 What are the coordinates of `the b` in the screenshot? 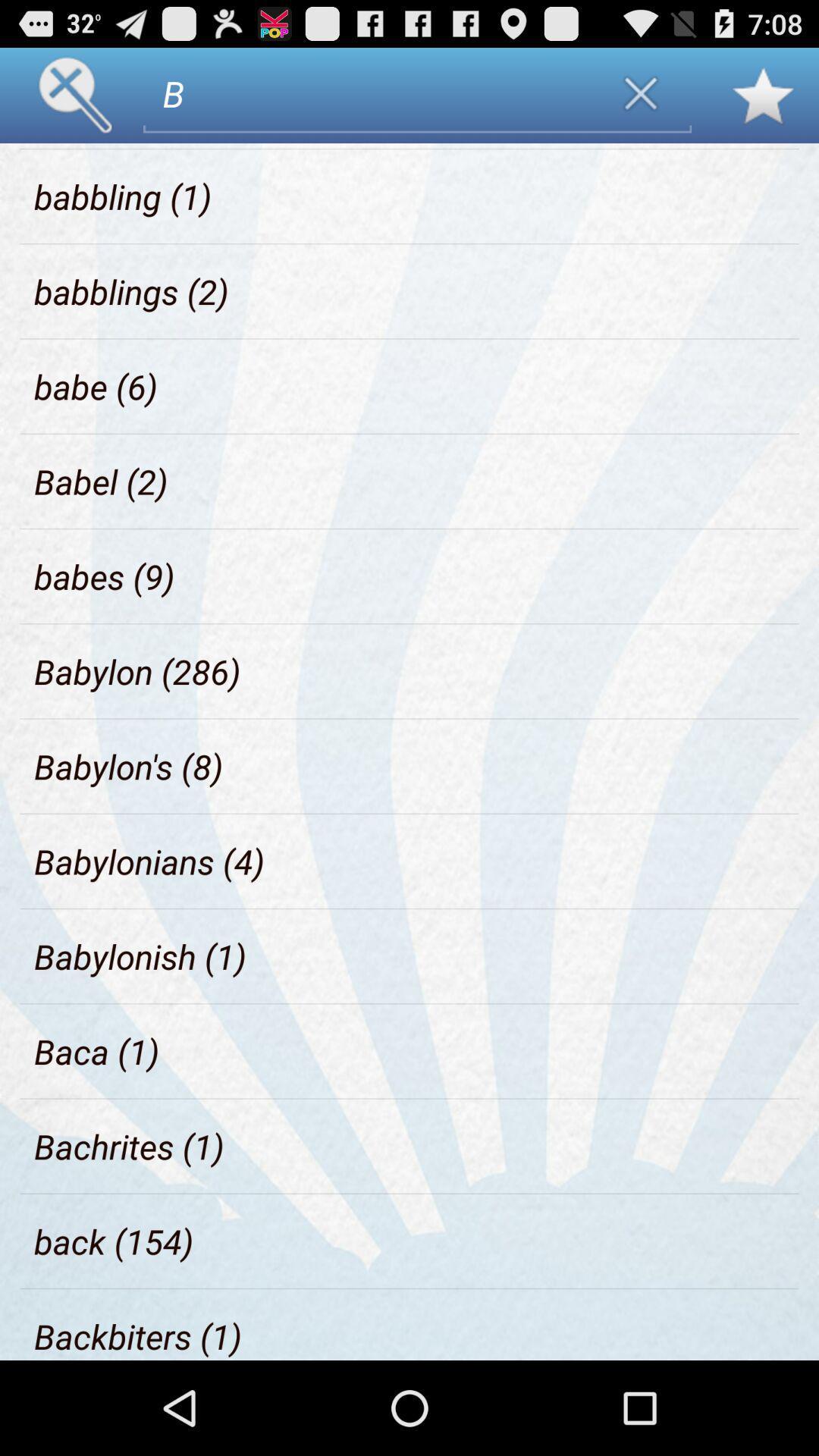 It's located at (369, 93).